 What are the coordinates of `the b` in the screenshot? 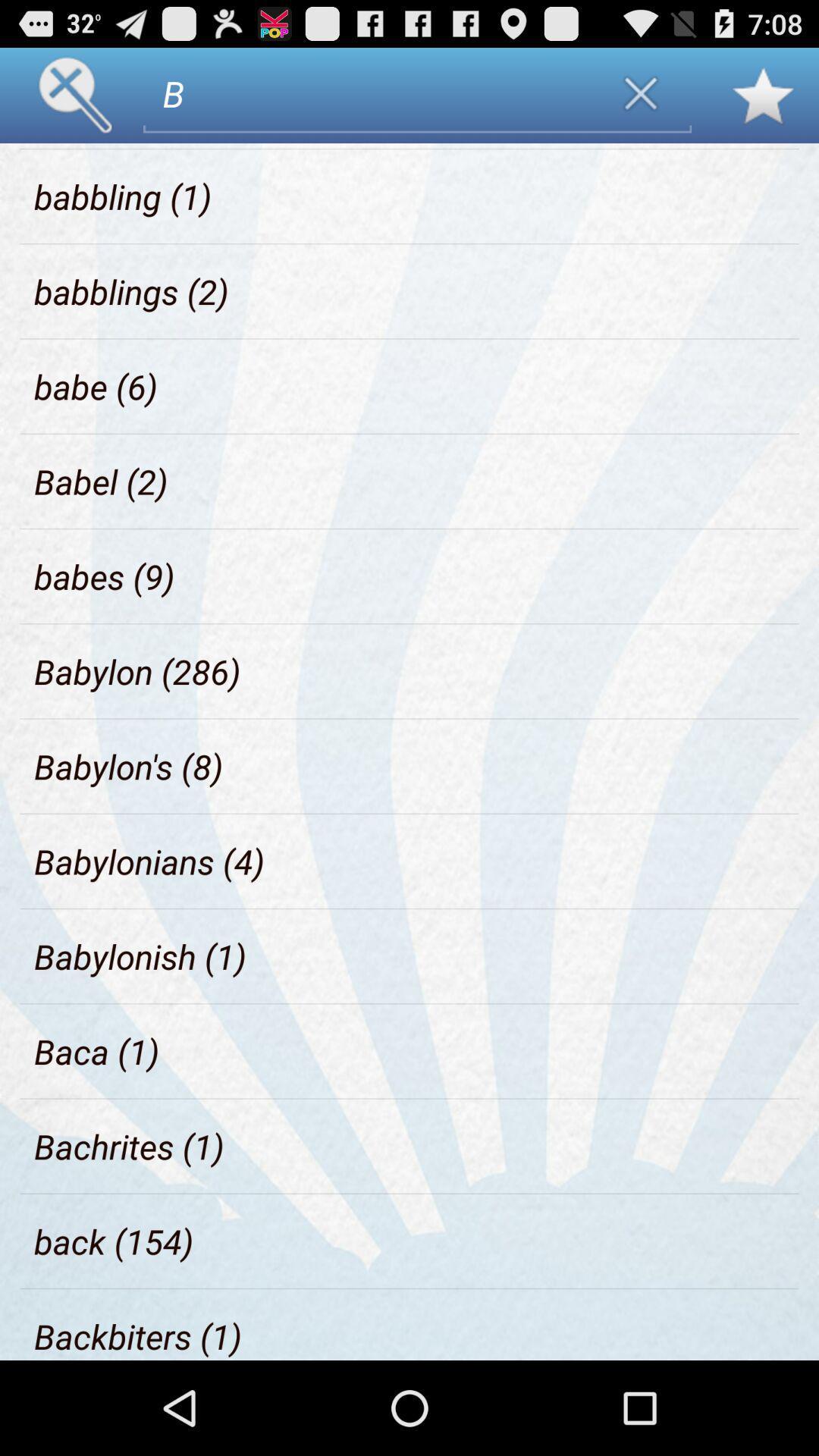 It's located at (369, 93).